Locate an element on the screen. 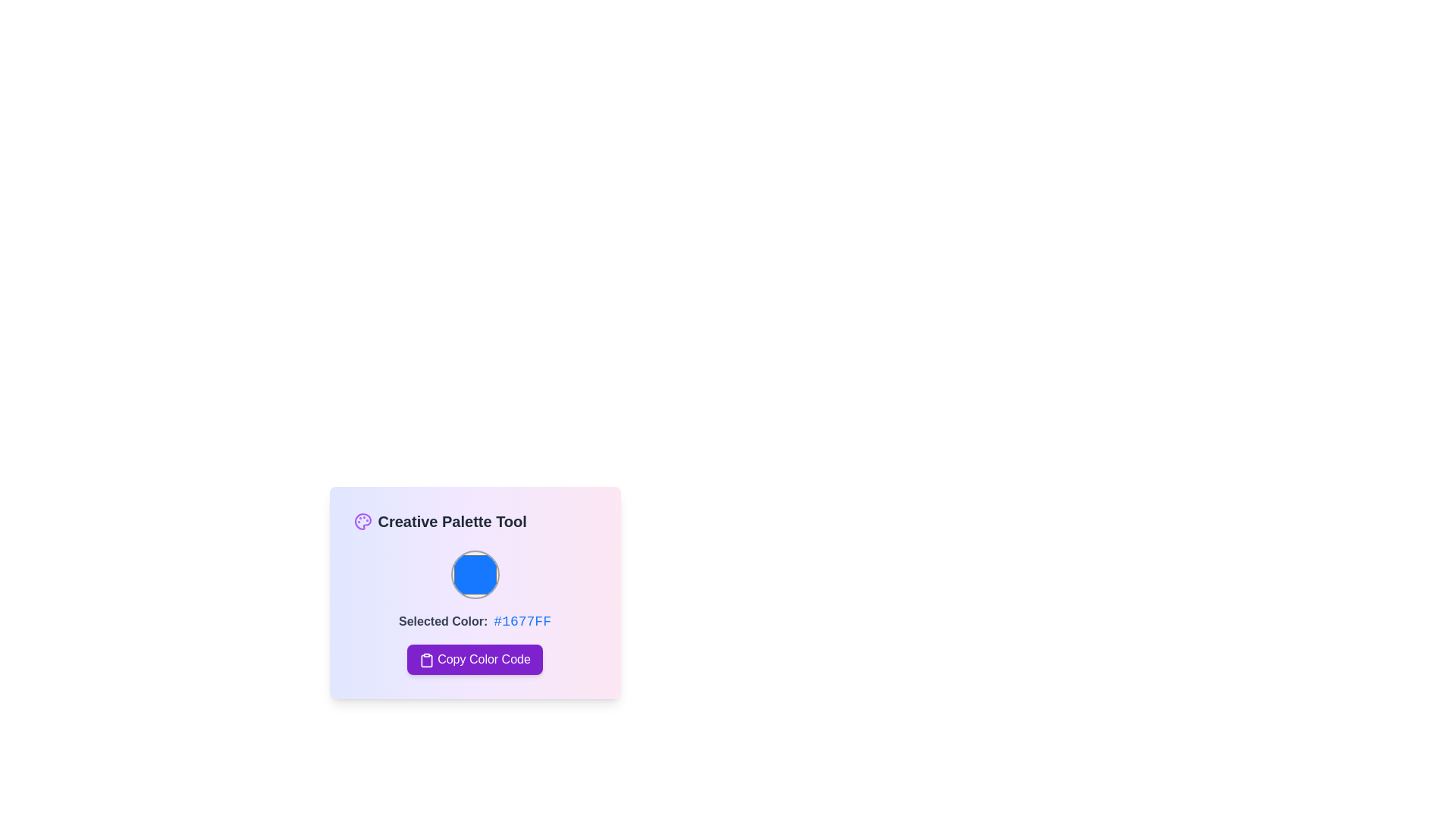  the decorative icon that visually complements the title 'Creative Palette Tool', positioned to the left of the text is located at coordinates (362, 520).